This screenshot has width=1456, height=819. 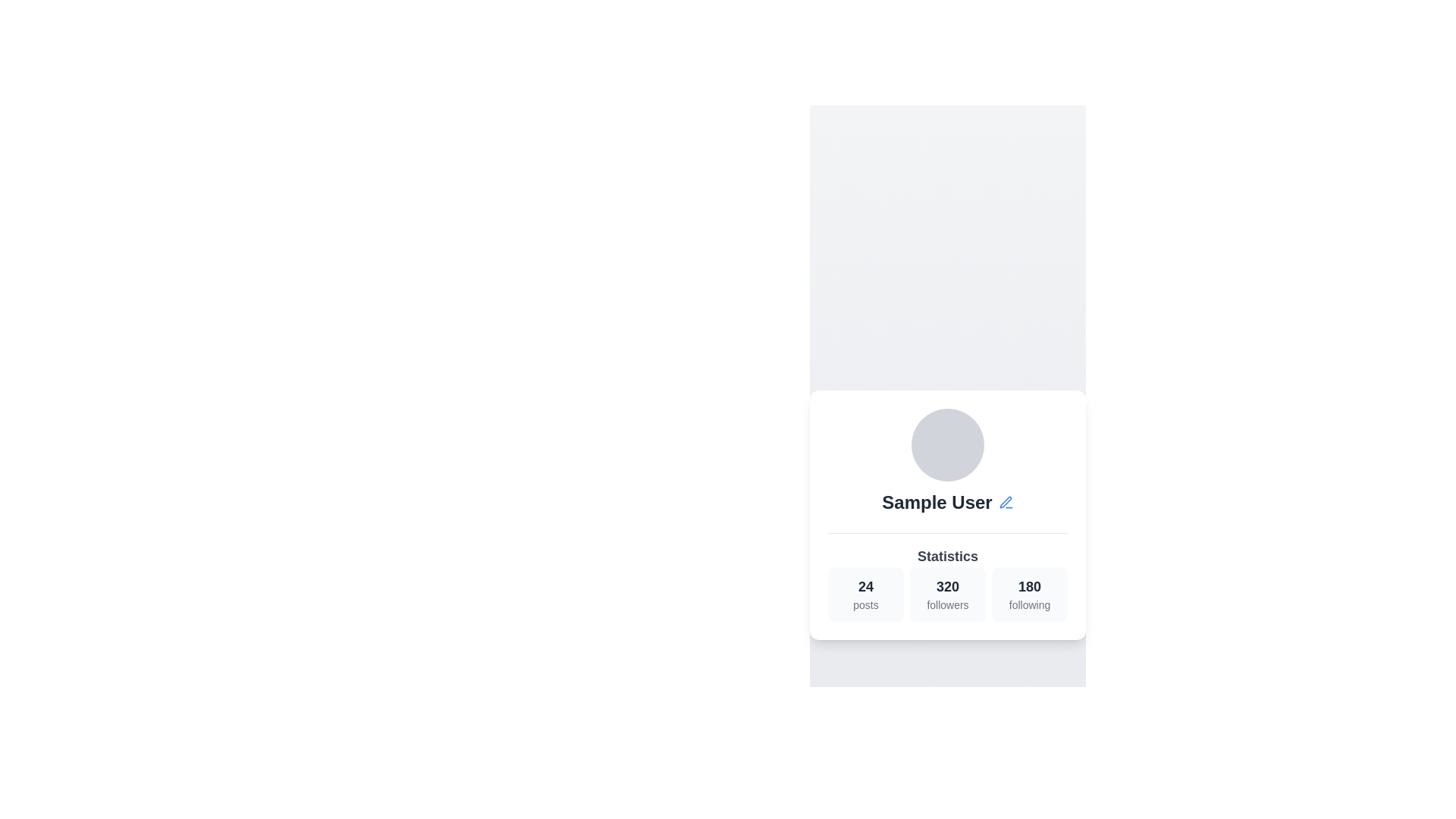 I want to click on the blue pen icon button adjacent to the text 'Sample User' to initiate the edit action, so click(x=1006, y=502).